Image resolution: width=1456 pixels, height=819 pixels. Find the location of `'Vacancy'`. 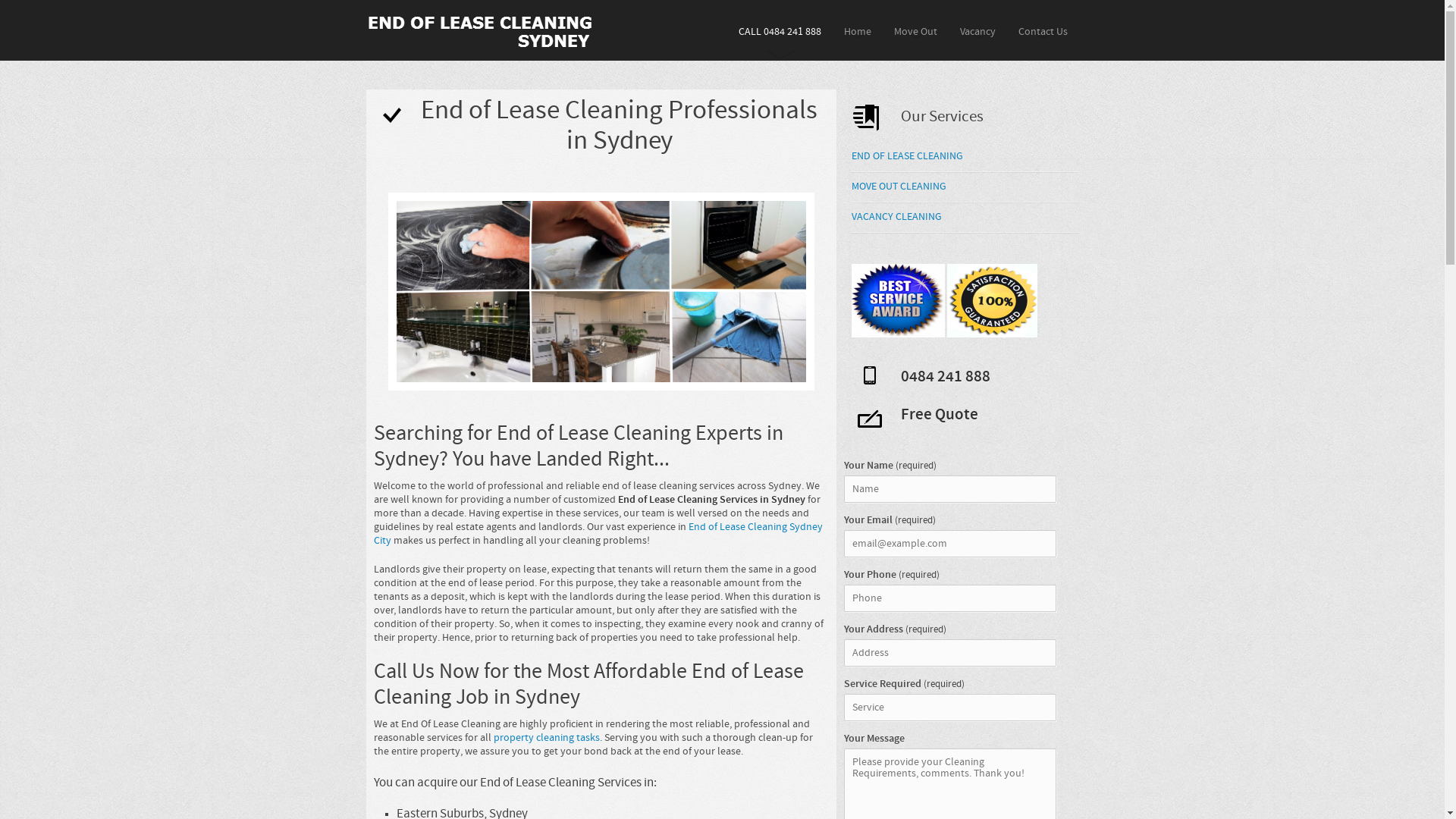

'Vacancy' is located at coordinates (977, 29).